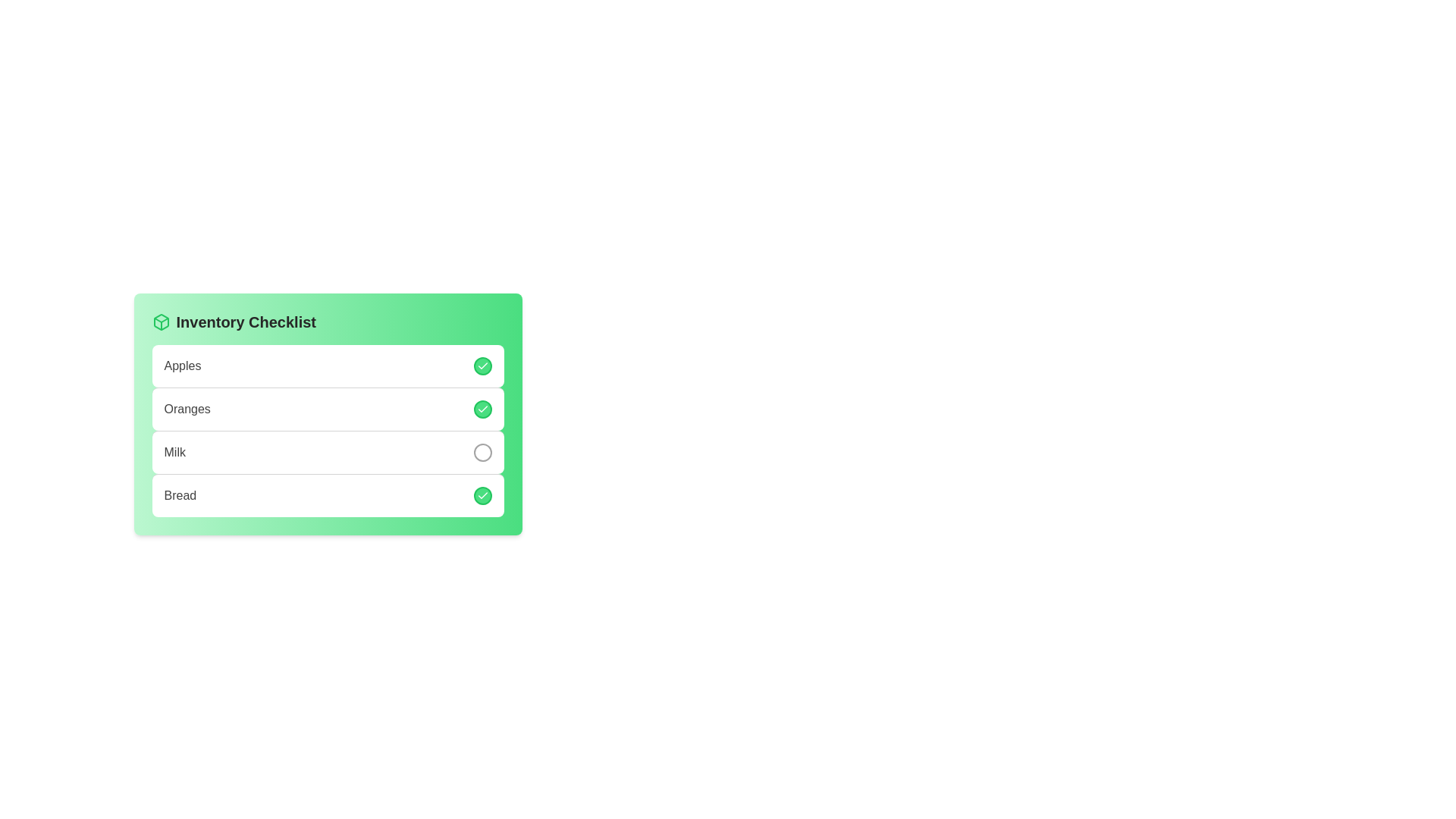 This screenshot has width=1456, height=819. Describe the element at coordinates (187, 409) in the screenshot. I see `the text label 'Oranges' in the 'Inventory Checklist' section, which is the second item in the list, located below 'Apples' and above 'Milk'` at that location.